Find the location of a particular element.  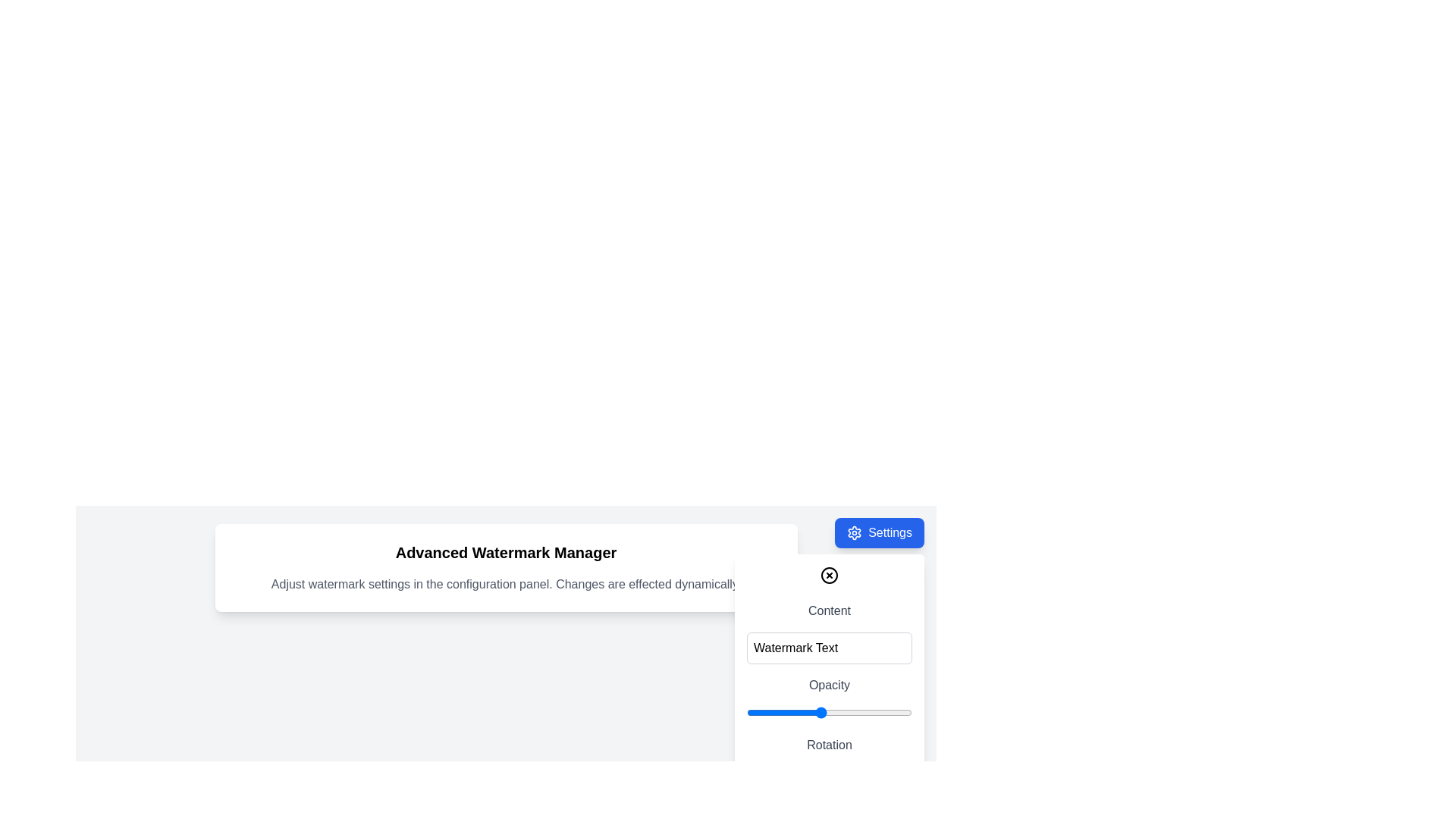

the settings icon, which is located to the left of the 'Settings' text within a blue rounded button in the top-right corner of the page is located at coordinates (855, 532).